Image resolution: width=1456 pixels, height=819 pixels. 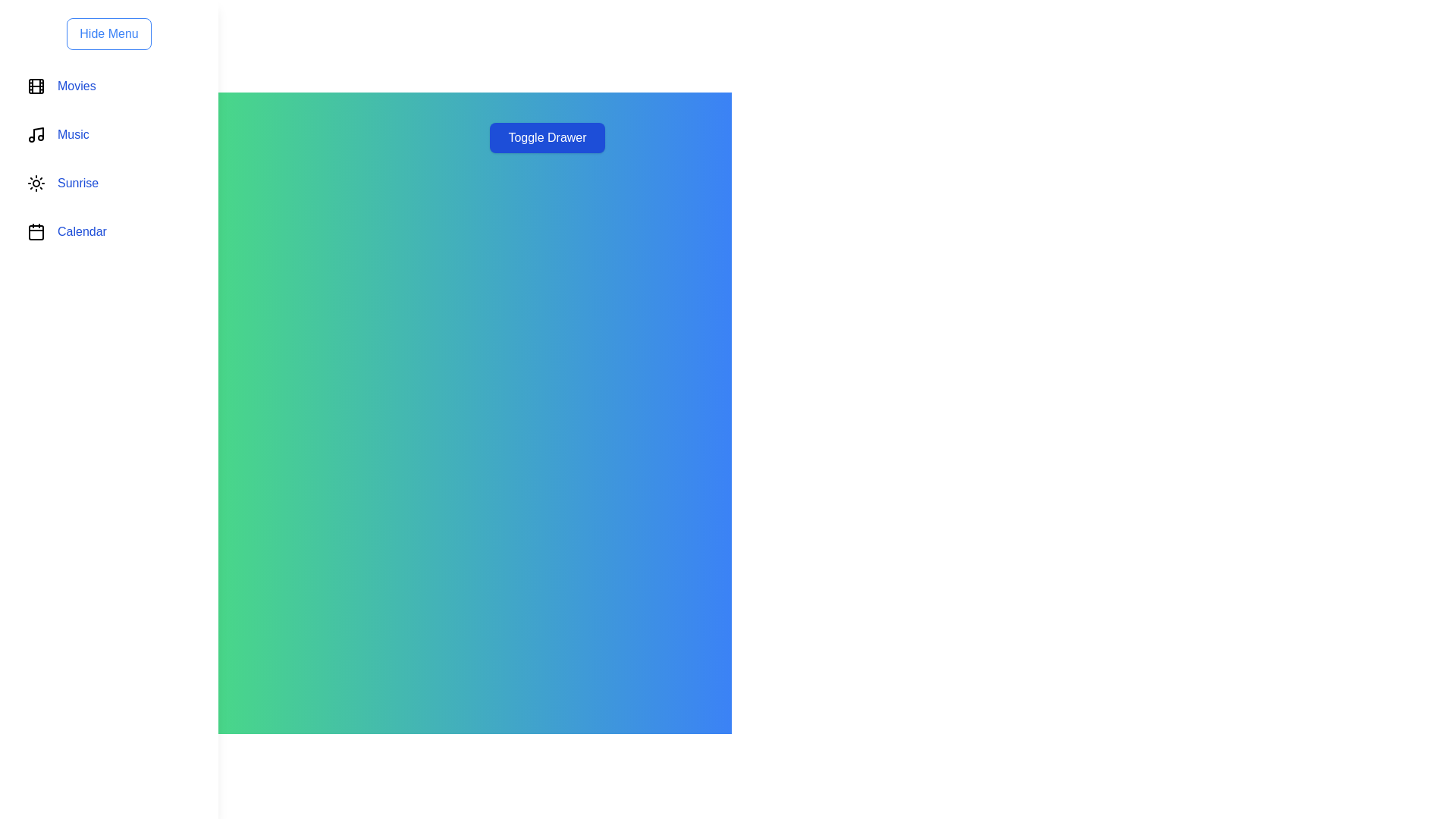 What do you see at coordinates (546, 137) in the screenshot?
I see `'Toggle Drawer' button to toggle the visibility of the drawer` at bounding box center [546, 137].